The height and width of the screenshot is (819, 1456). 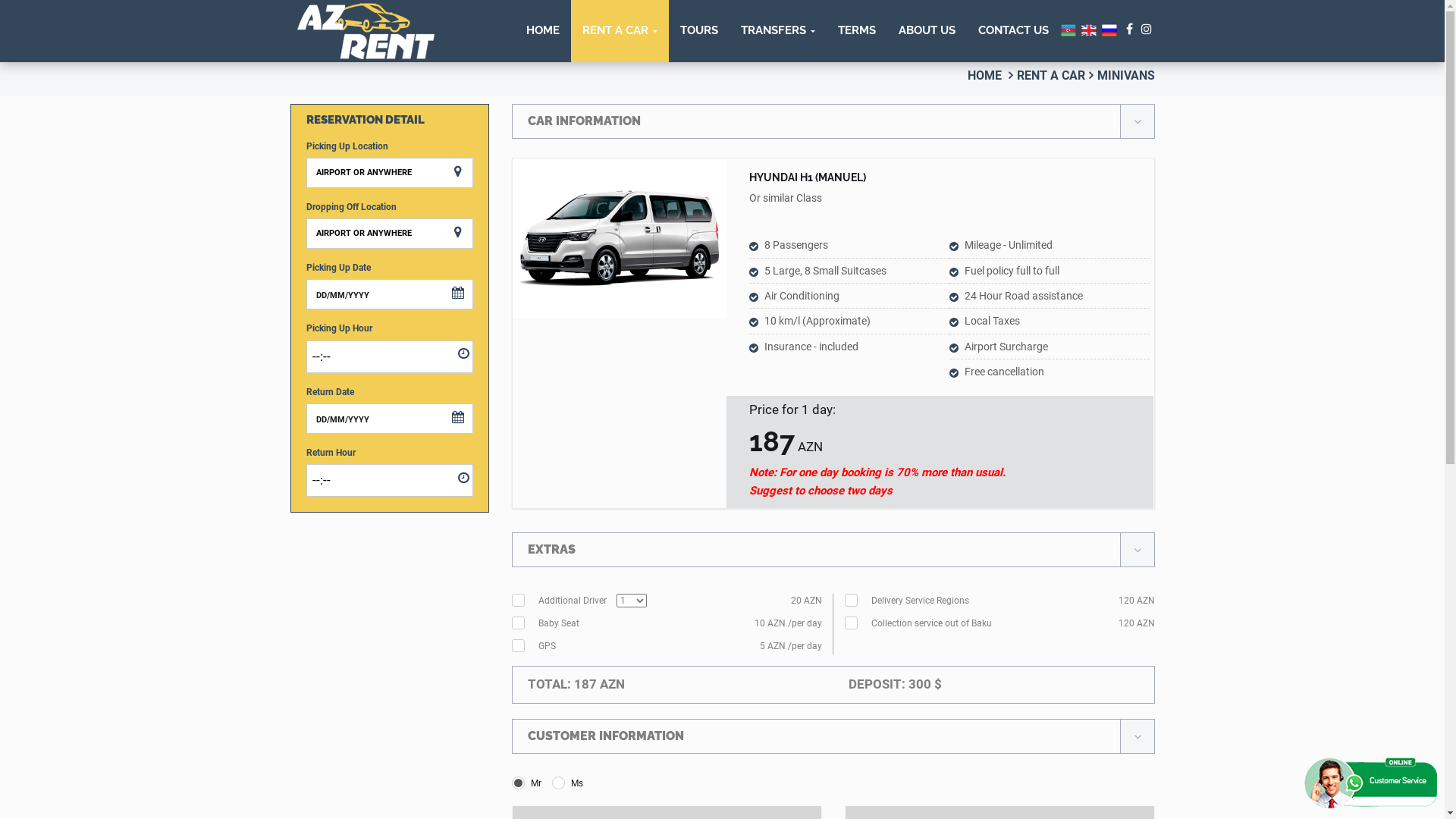 What do you see at coordinates (1012, 31) in the screenshot?
I see `'CONTACT US'` at bounding box center [1012, 31].